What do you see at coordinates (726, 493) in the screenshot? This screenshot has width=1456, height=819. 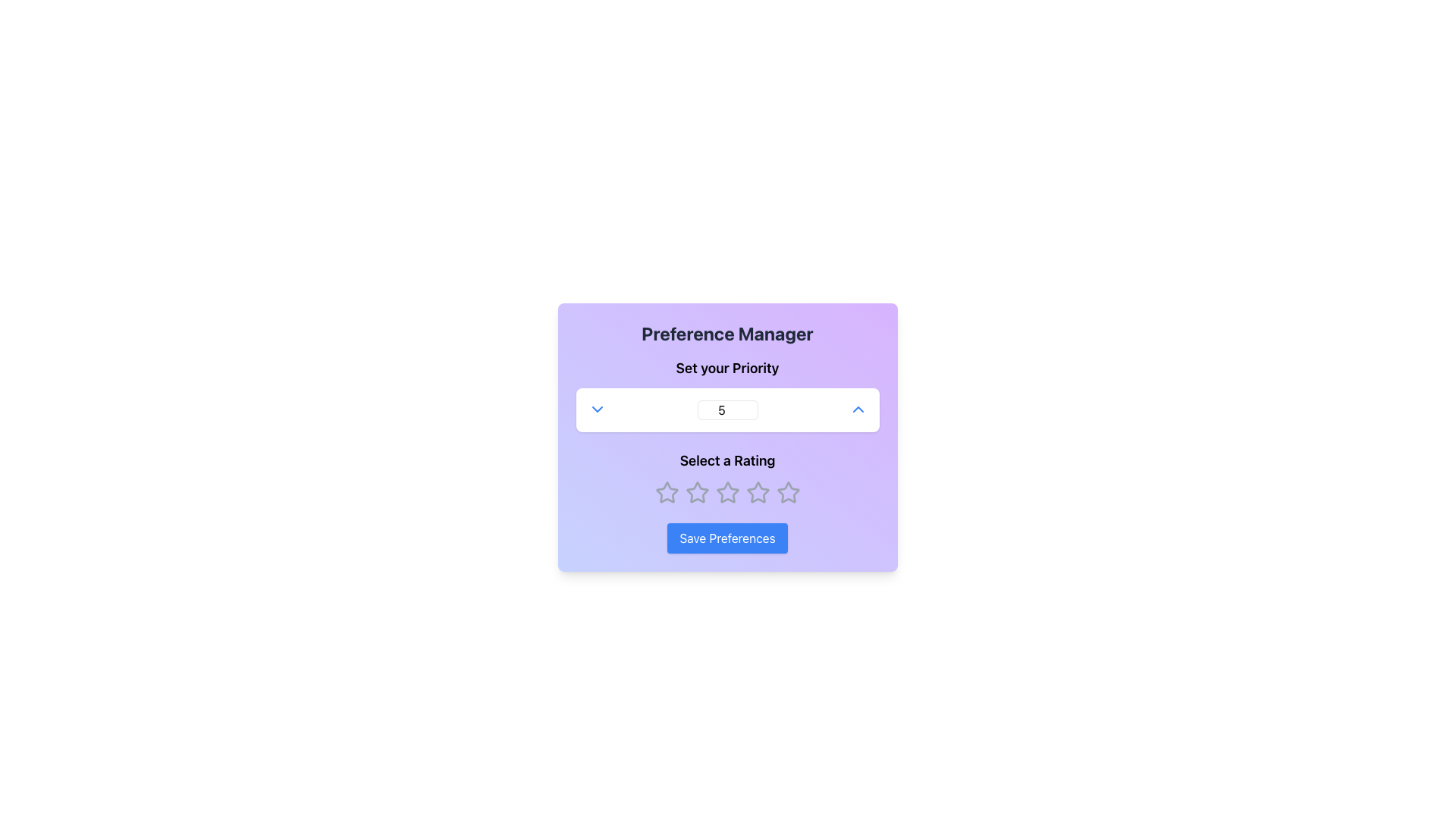 I see `the third star icon in the rating widget` at bounding box center [726, 493].